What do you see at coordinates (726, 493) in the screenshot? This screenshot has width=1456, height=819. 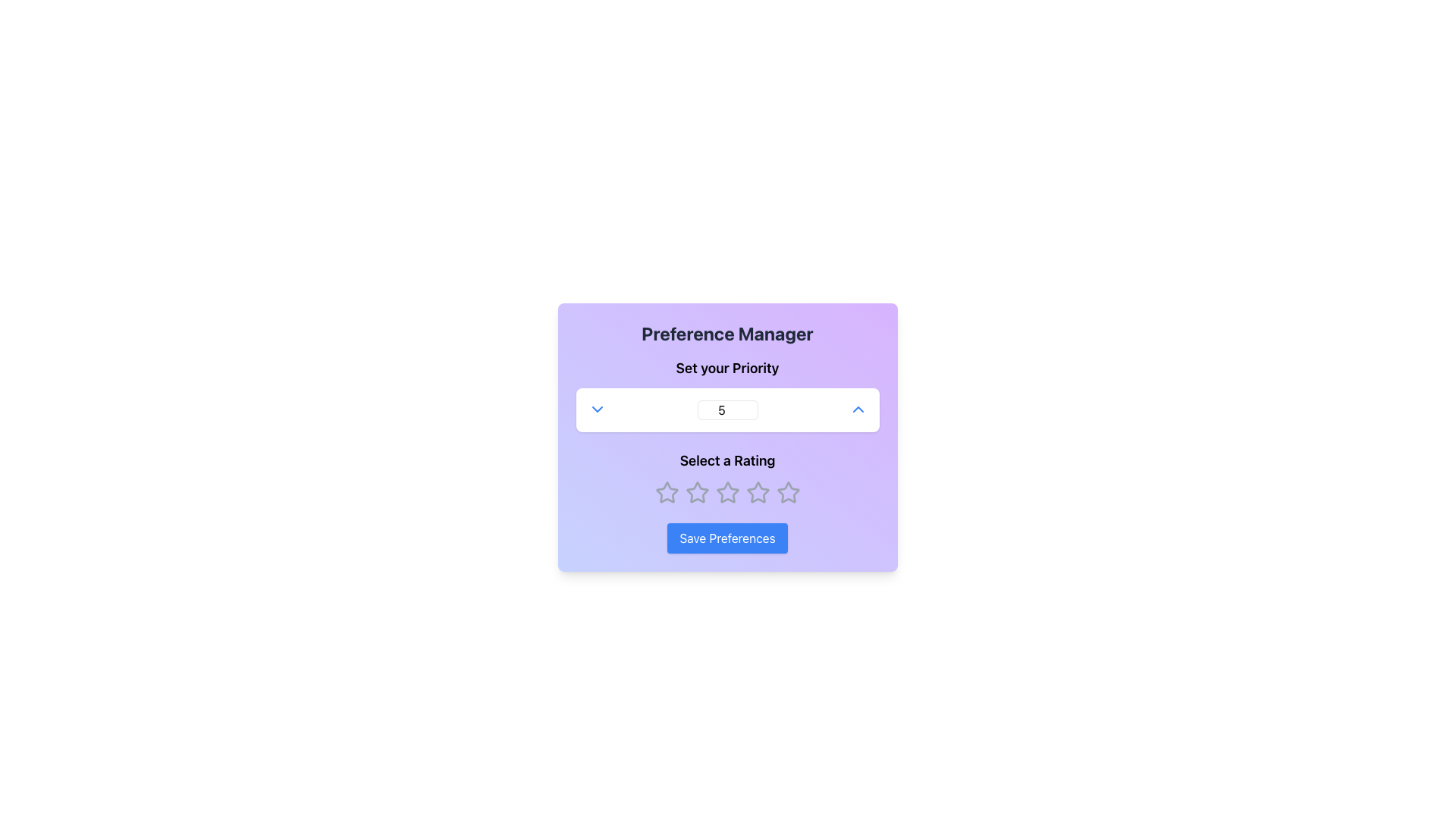 I see `the third star icon in the rating widget` at bounding box center [726, 493].